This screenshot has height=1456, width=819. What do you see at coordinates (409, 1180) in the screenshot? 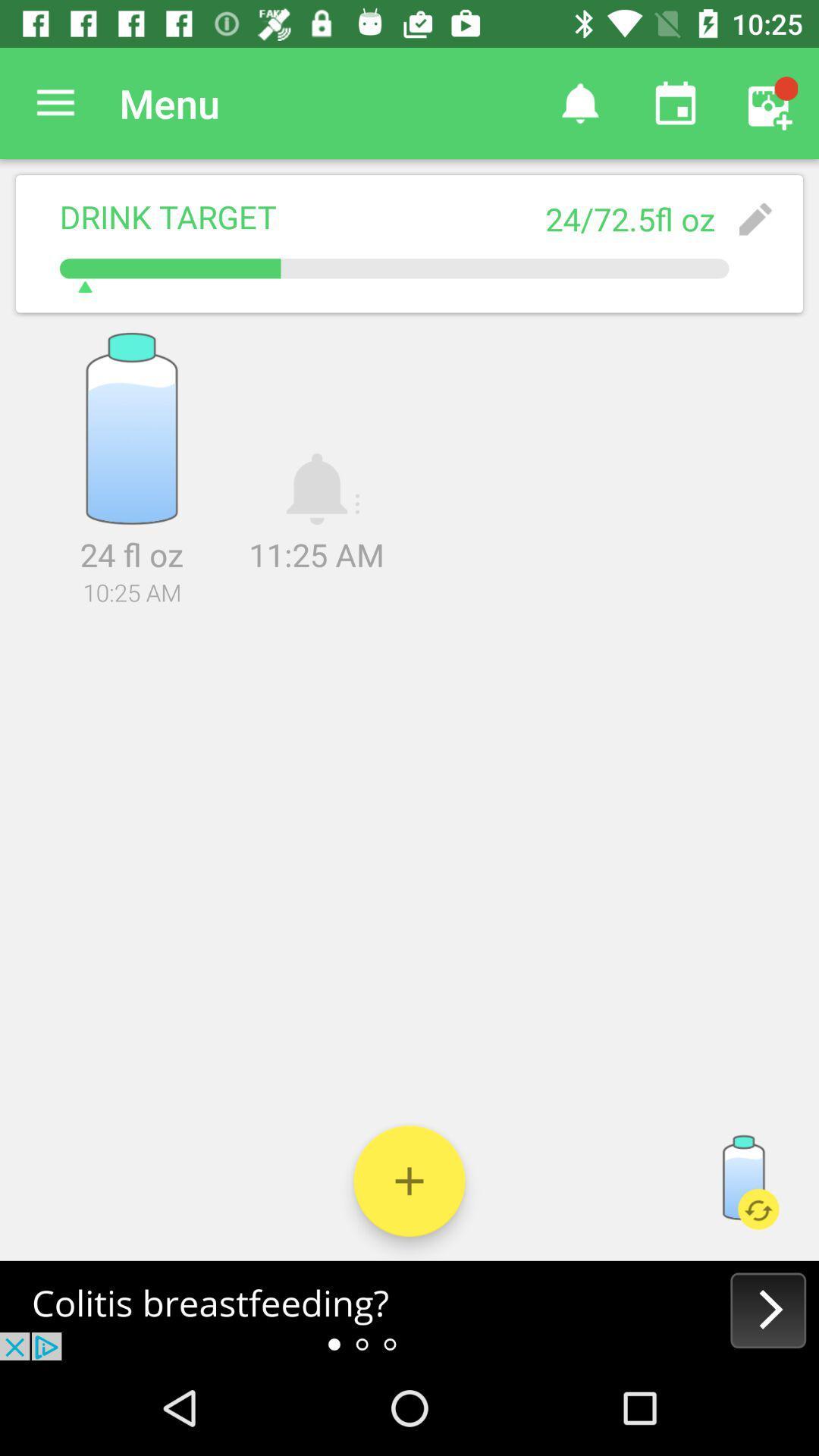
I see `drink` at bounding box center [409, 1180].